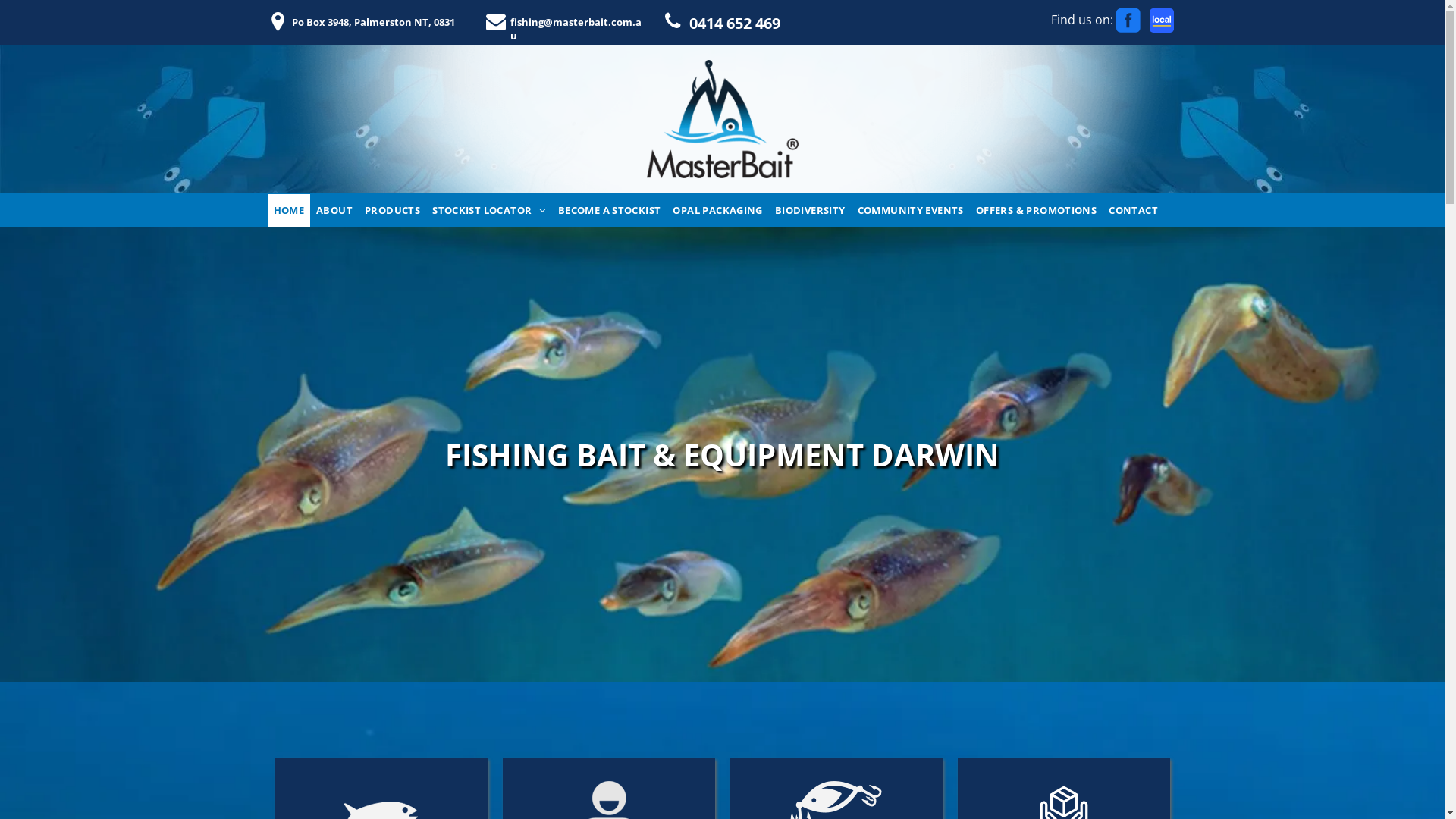  What do you see at coordinates (488, 210) in the screenshot?
I see `'STOCKIST LOCATOR'` at bounding box center [488, 210].